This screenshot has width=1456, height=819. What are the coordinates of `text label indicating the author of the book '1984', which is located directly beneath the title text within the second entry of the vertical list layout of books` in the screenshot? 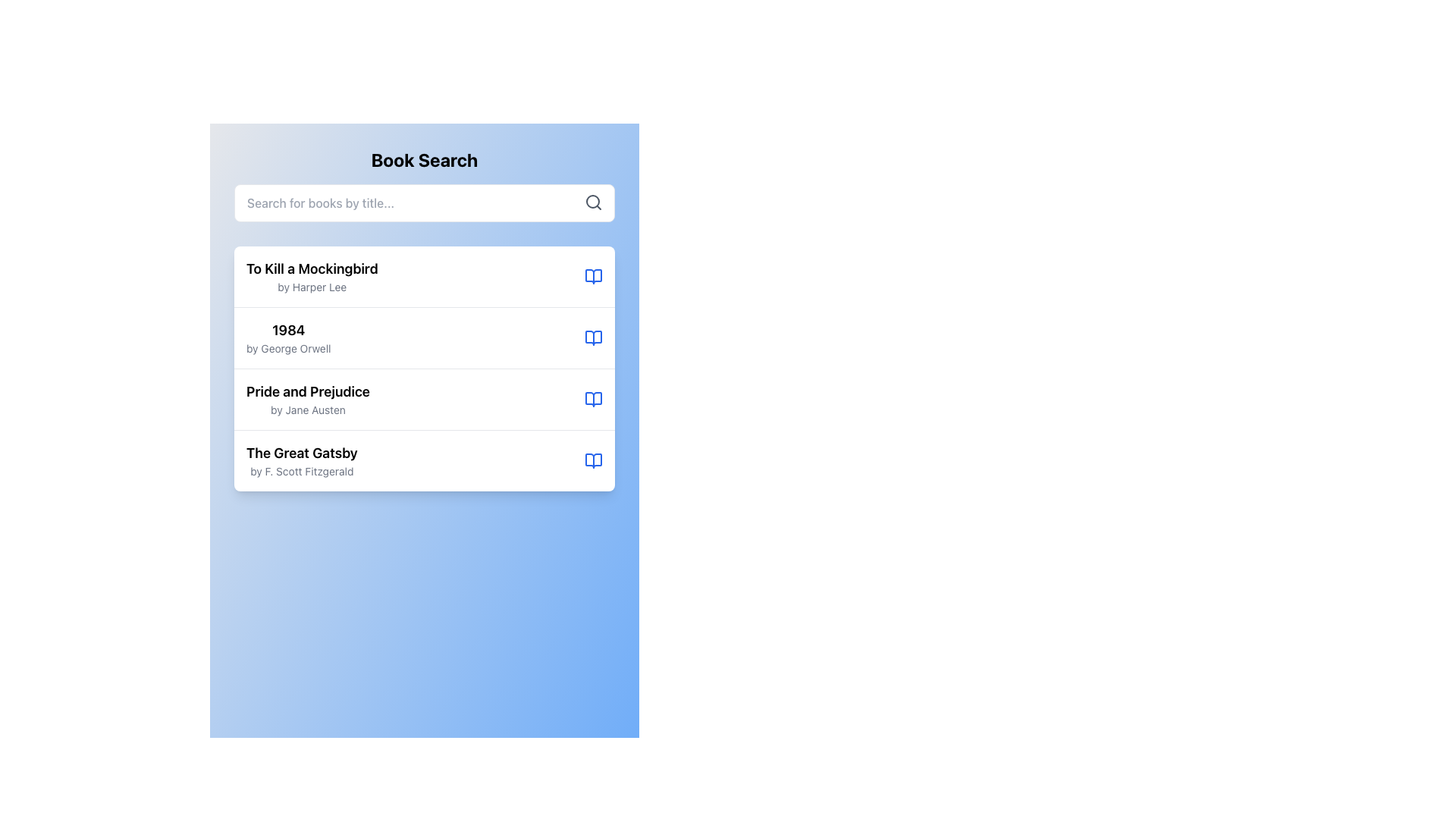 It's located at (288, 348).